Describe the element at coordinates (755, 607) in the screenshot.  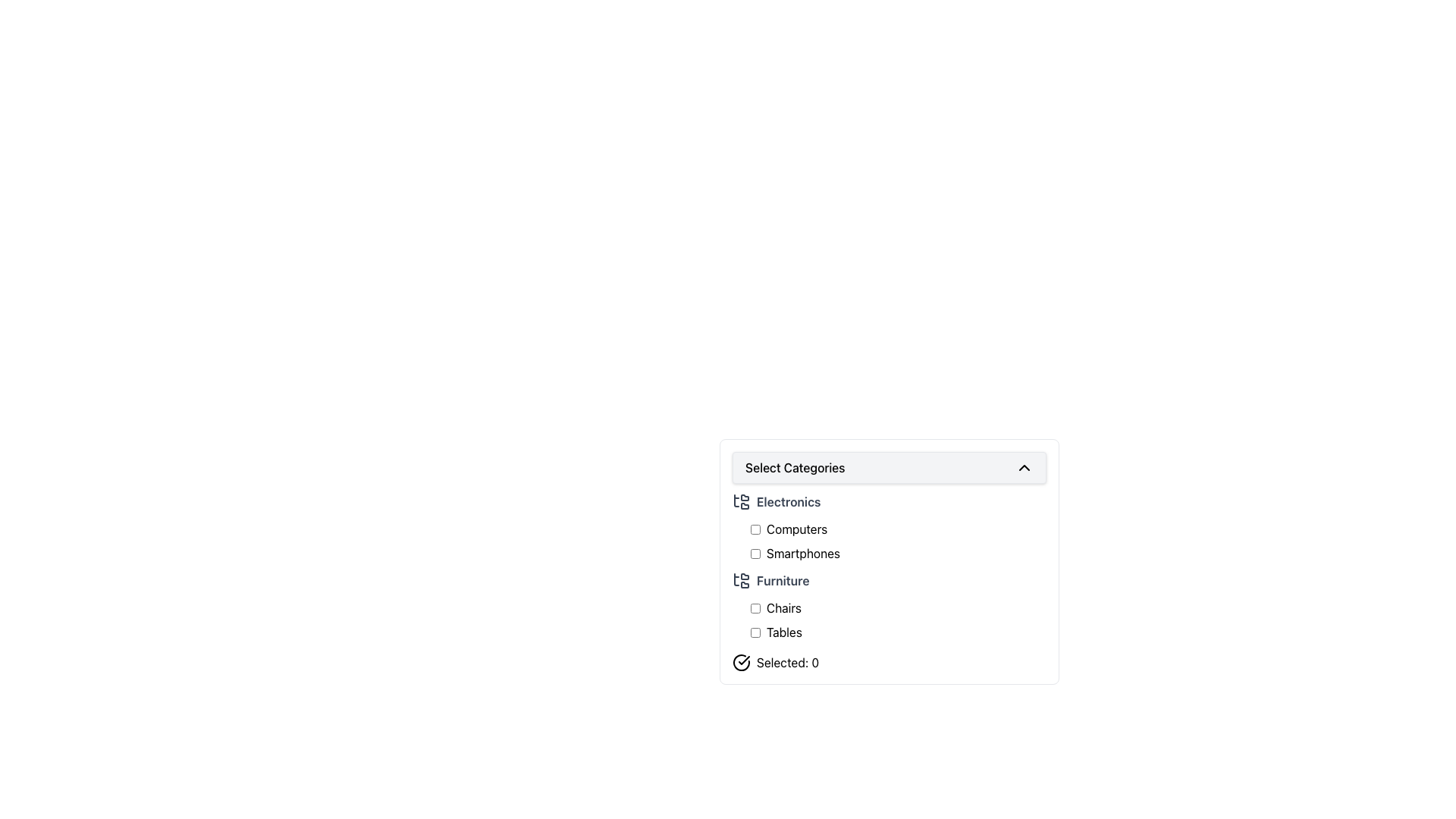
I see `the checkbox for the 'Chairs' category in the 'Furniture' section` at that location.